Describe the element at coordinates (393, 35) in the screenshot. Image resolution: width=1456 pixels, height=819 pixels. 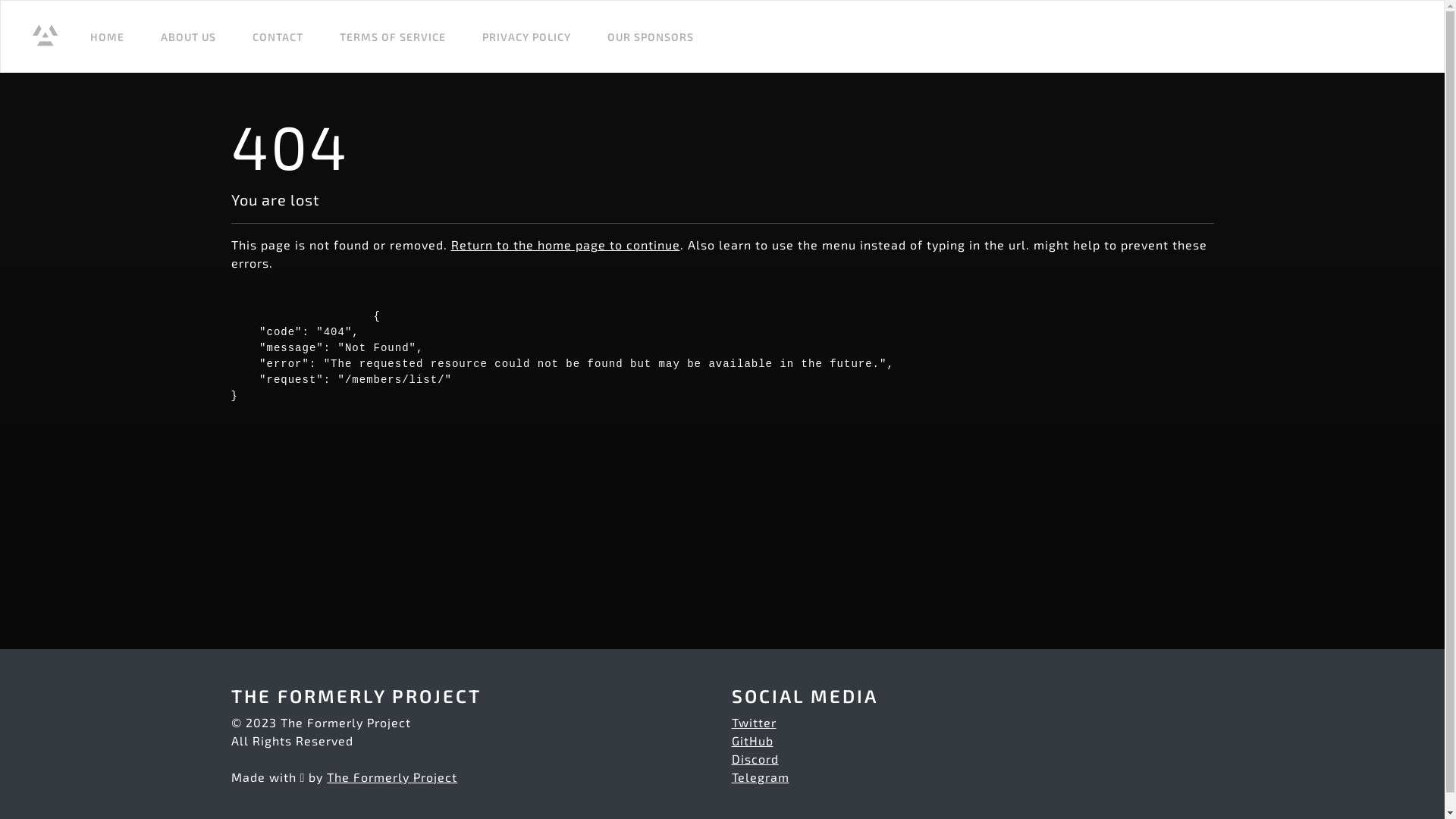
I see `'TERMS OF SERVICE'` at that location.